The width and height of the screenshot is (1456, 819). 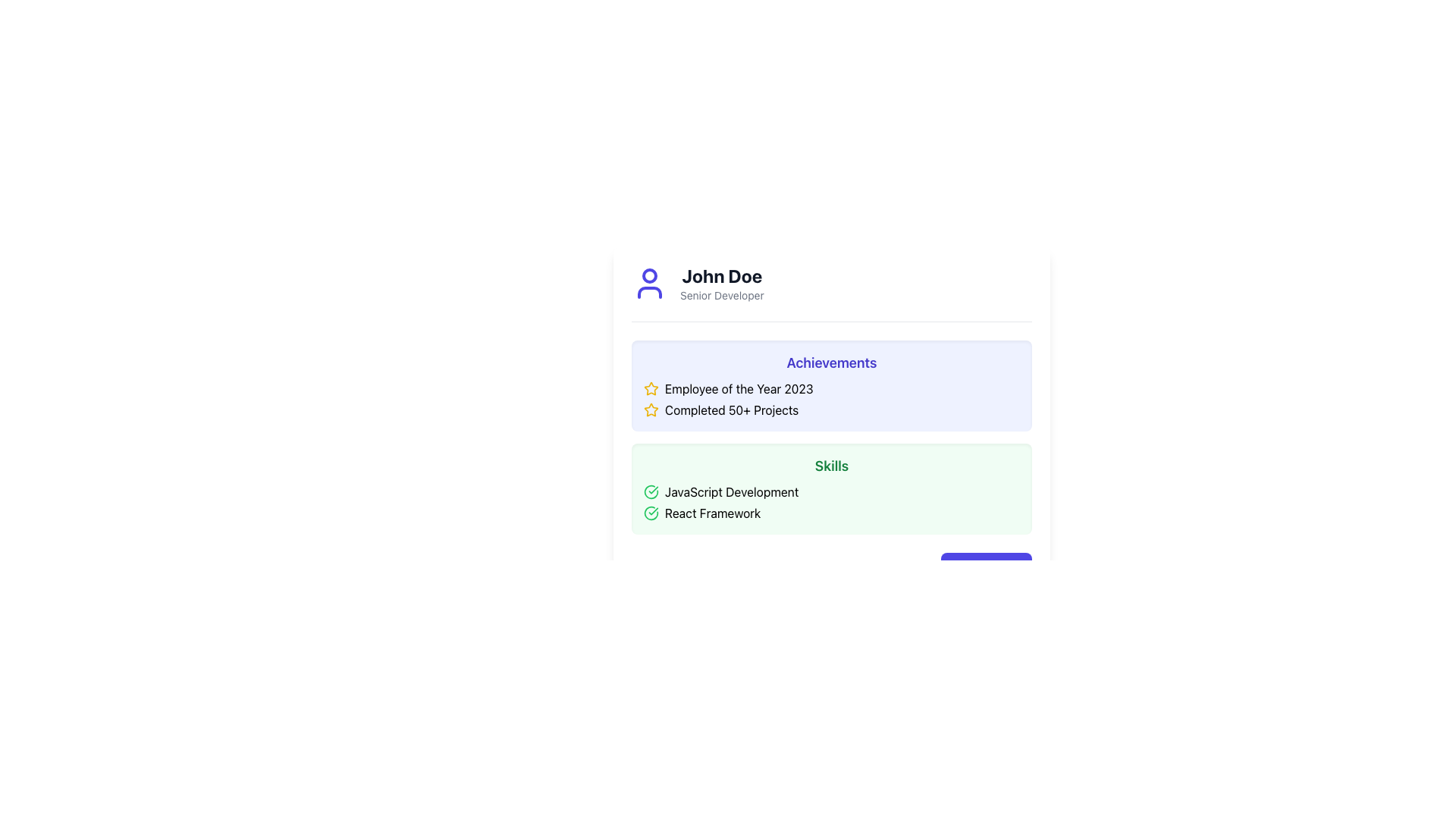 What do you see at coordinates (831, 513) in the screenshot?
I see `the React Framework proficiency informational item located in the Skills section, which is the second item in the vertically stacked list beneath JavaScript Development` at bounding box center [831, 513].